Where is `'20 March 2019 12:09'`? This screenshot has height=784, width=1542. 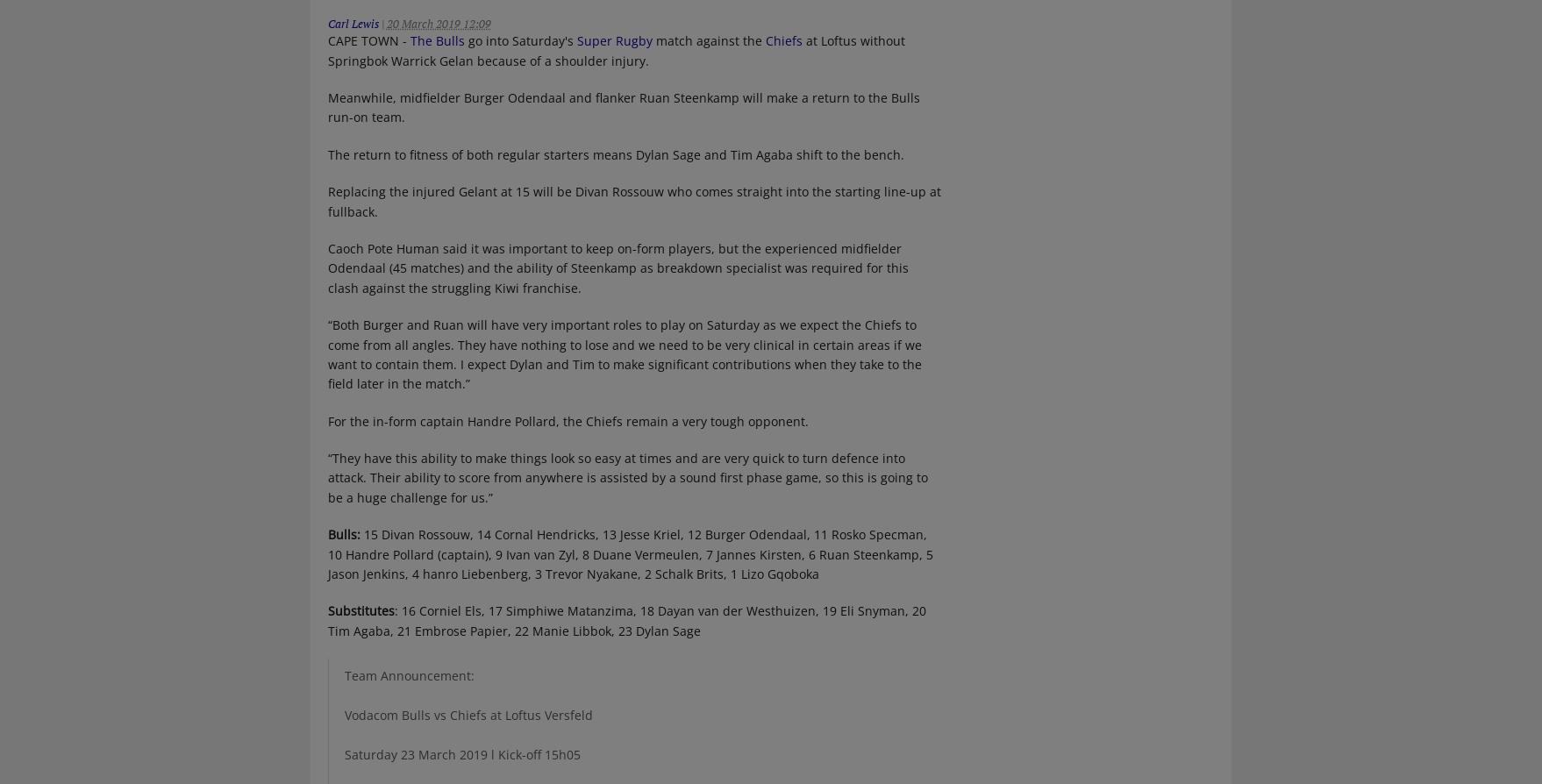
'20 March 2019 12:09' is located at coordinates (437, 24).